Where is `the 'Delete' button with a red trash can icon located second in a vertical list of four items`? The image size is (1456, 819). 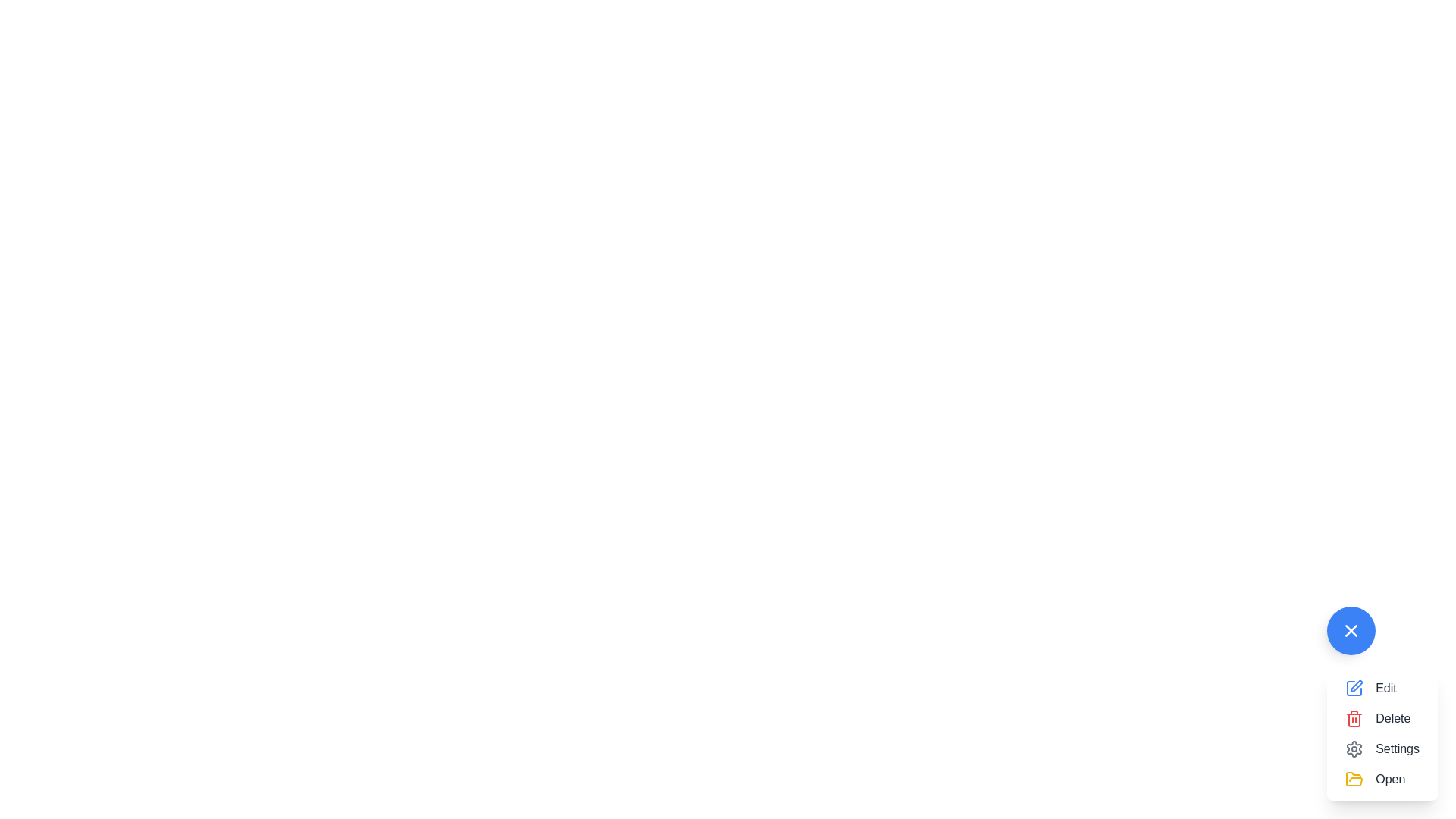
the 'Delete' button with a red trash can icon located second in a vertical list of four items is located at coordinates (1382, 718).